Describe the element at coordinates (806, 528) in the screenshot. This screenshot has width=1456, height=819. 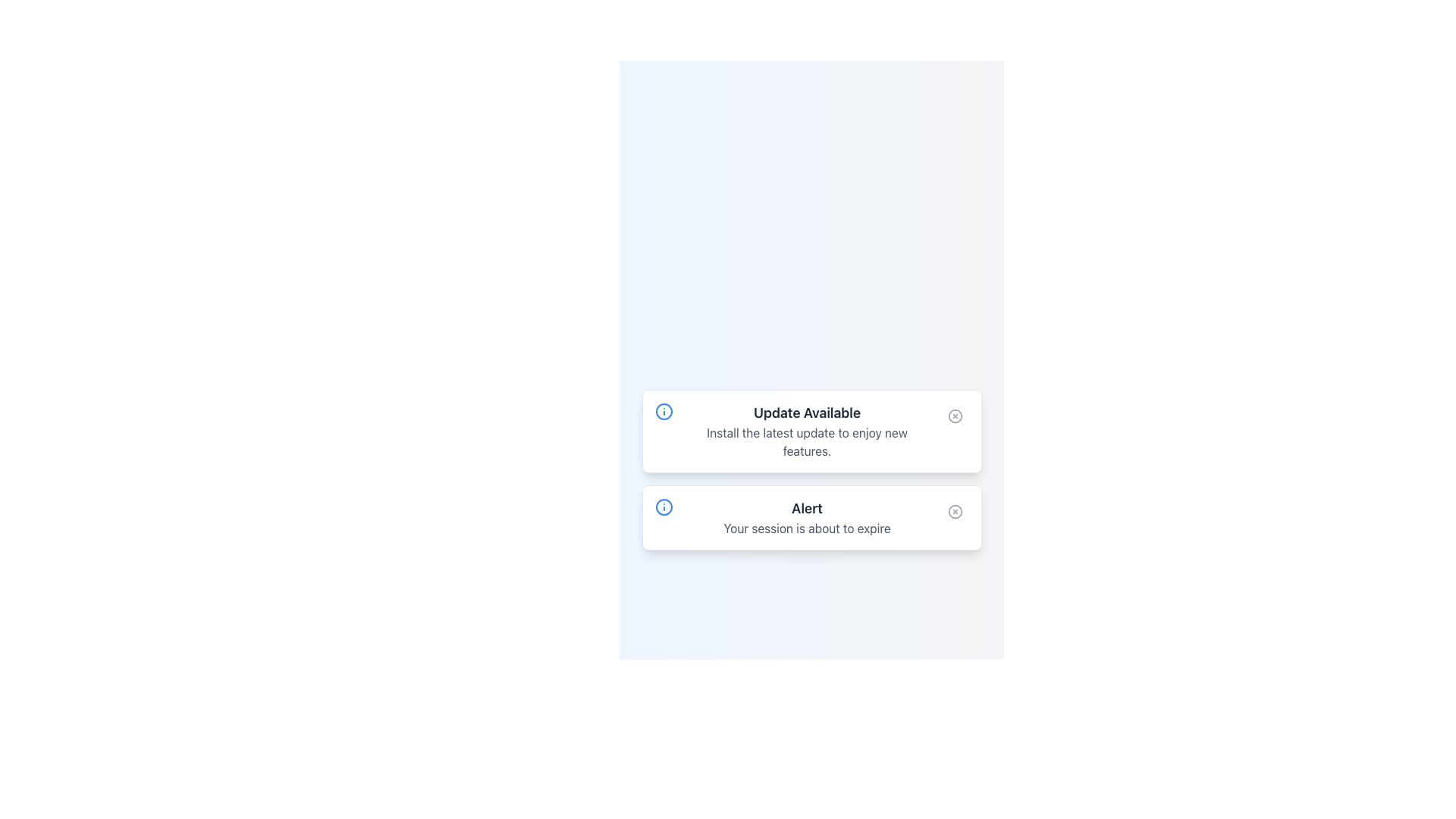
I see `the static text element that informs the user about an imminent session expiration, located in the lower notification box beneath the 'Alert' title` at that location.